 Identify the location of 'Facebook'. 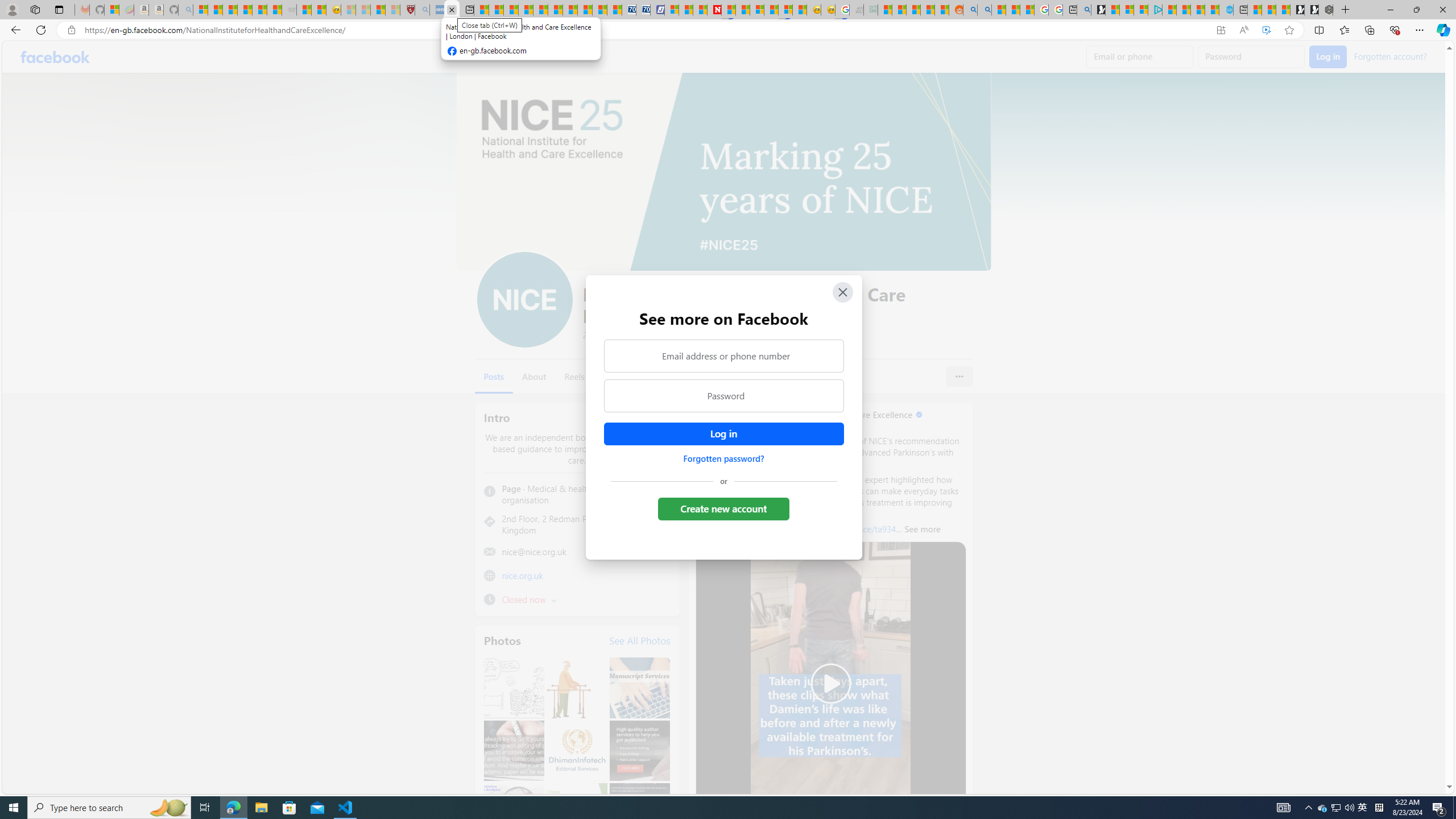
(55, 56).